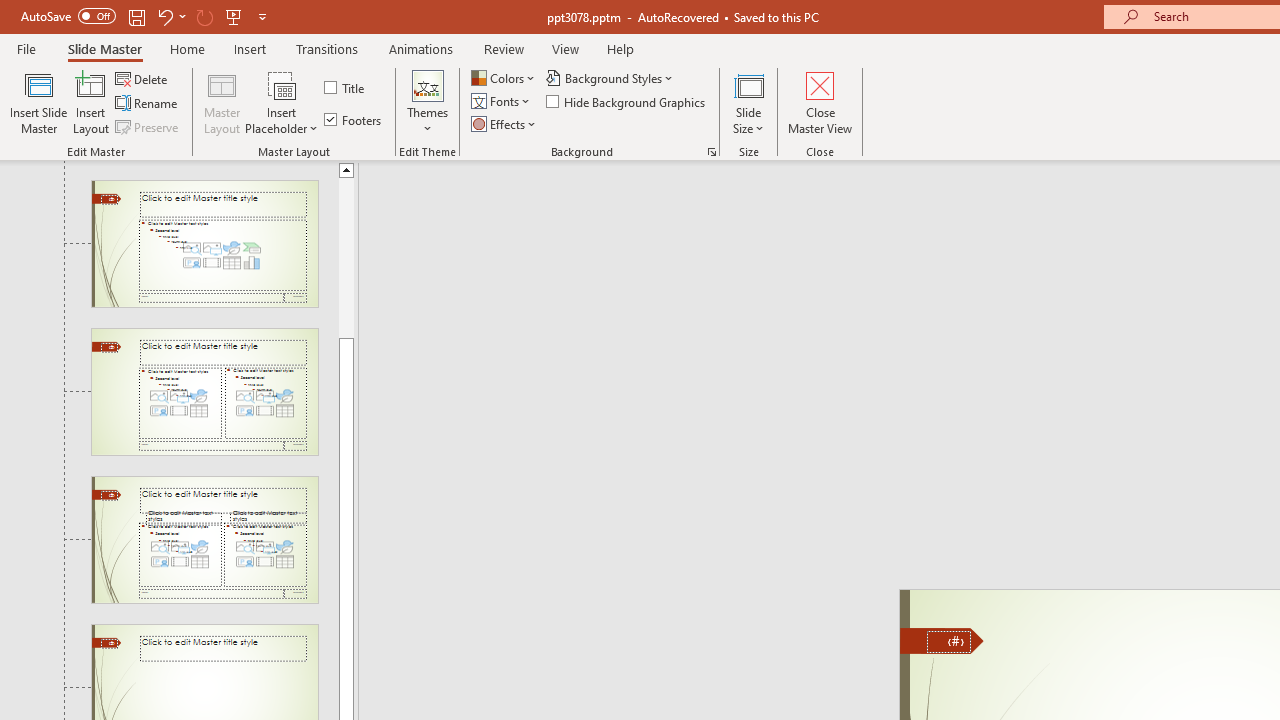 This screenshot has width=1280, height=720. I want to click on 'Footers', so click(354, 119).